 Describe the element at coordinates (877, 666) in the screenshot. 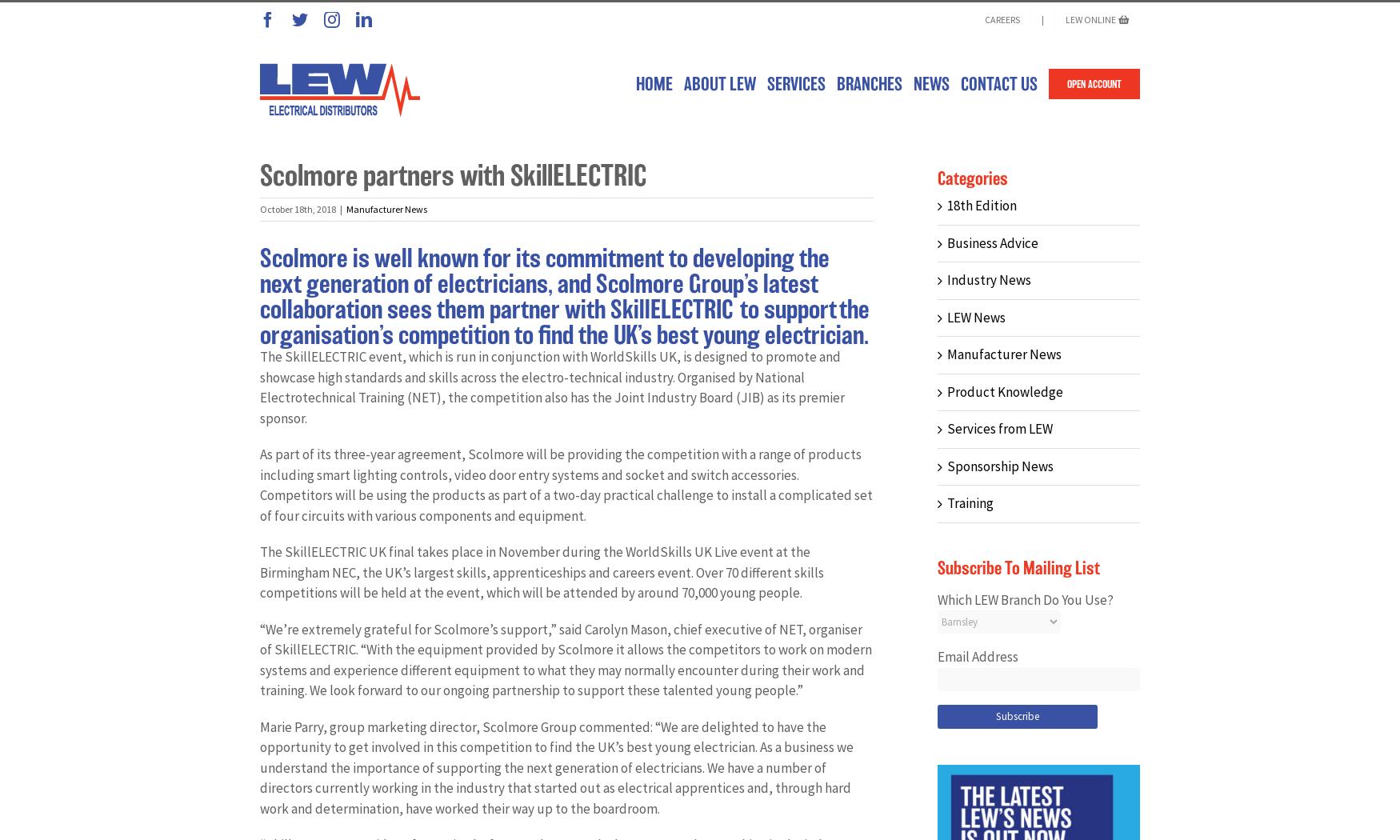

I see `'Stockton'` at that location.